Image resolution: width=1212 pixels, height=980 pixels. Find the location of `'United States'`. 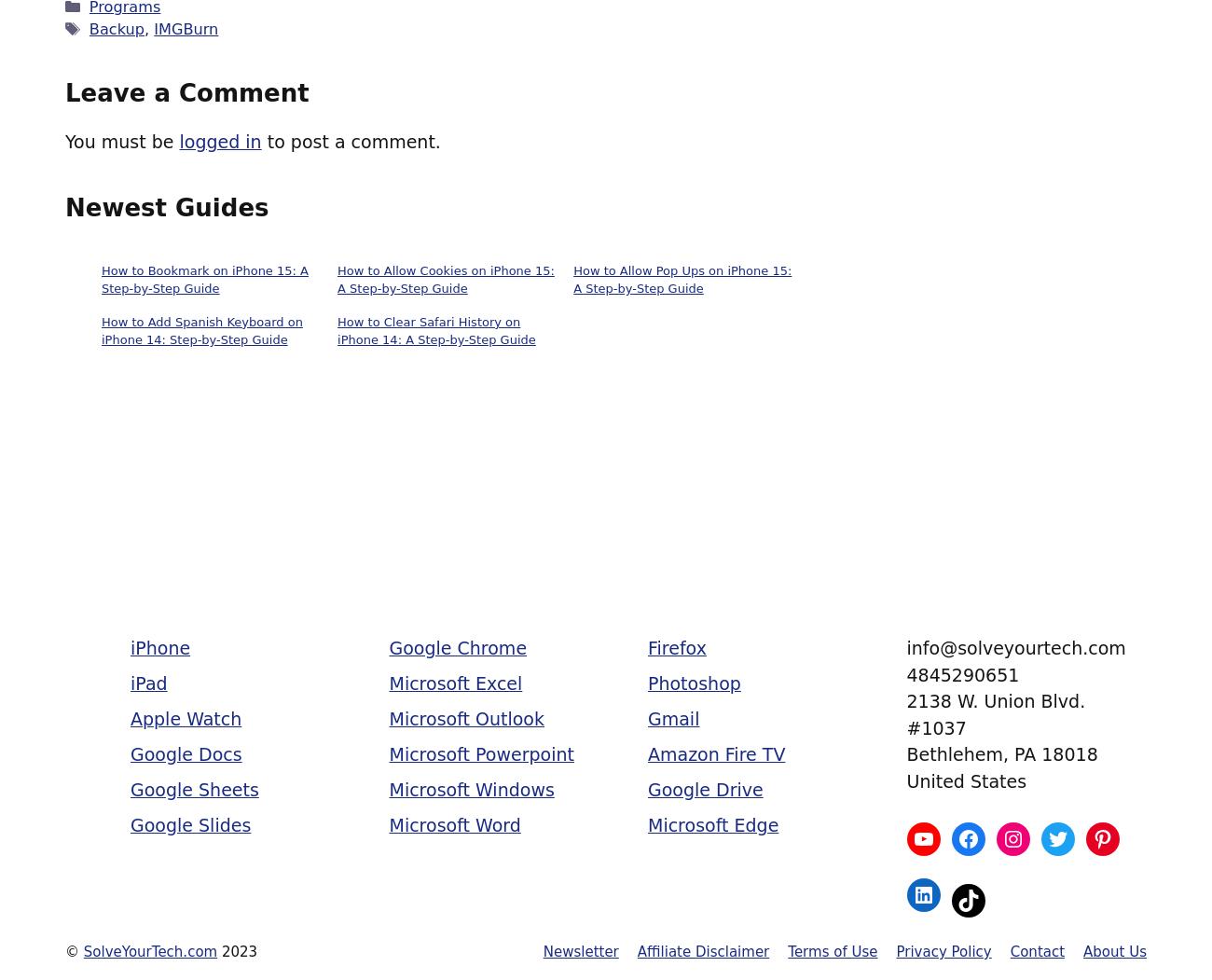

'United States' is located at coordinates (906, 780).